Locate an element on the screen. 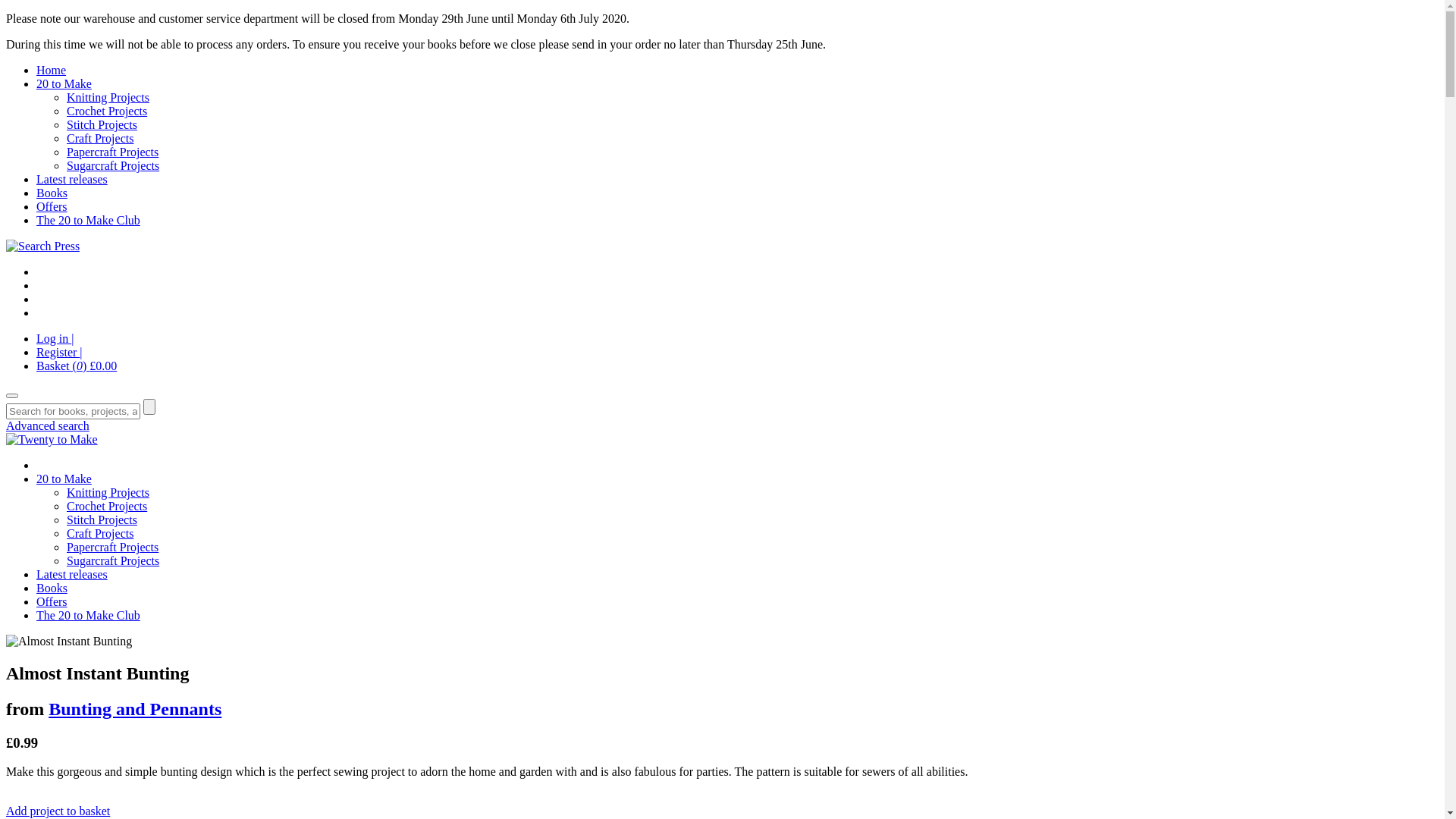 This screenshot has height=819, width=1456. 'Knitting Projects' is located at coordinates (65, 492).